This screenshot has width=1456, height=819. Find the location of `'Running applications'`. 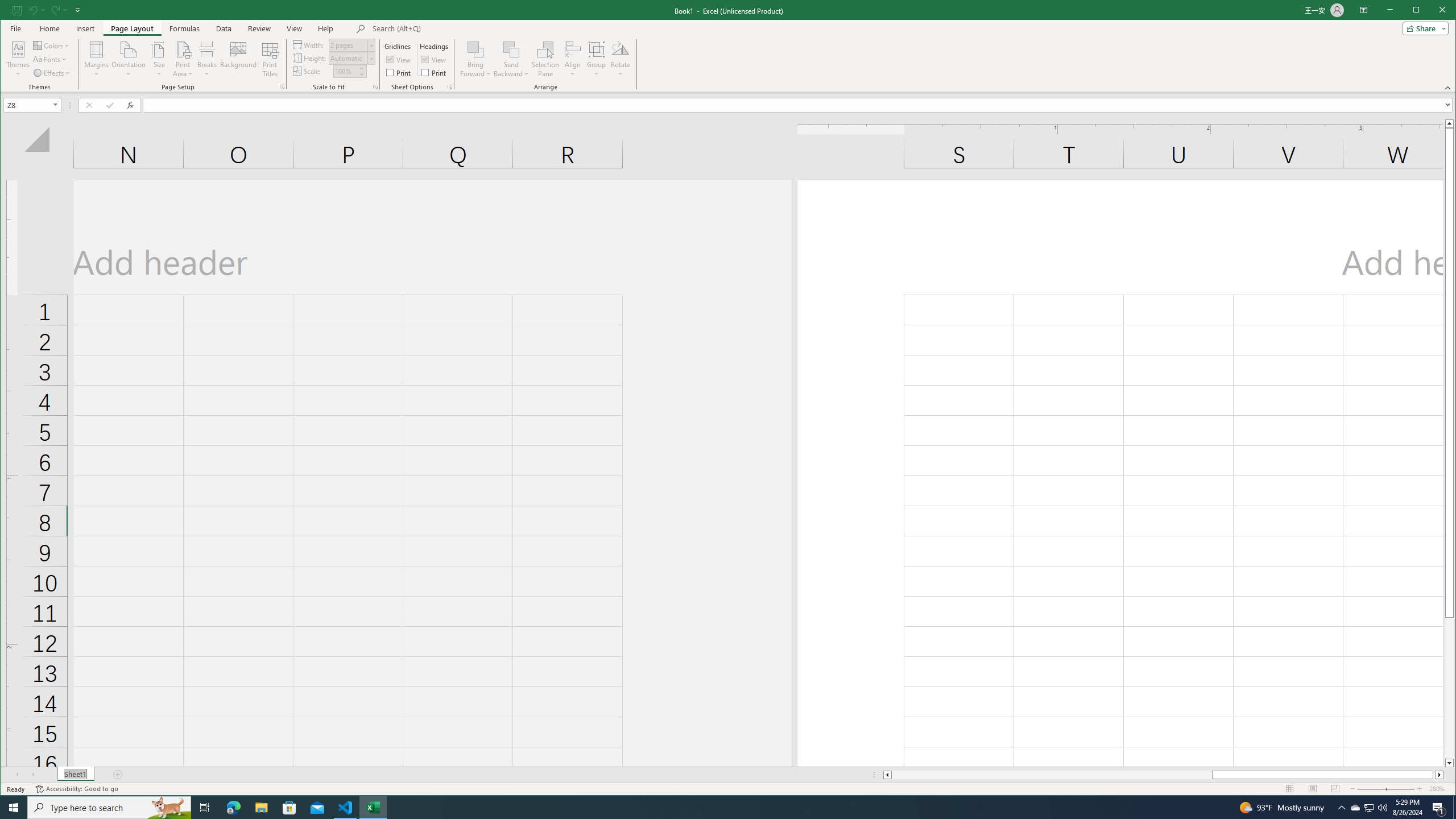

'Running applications' is located at coordinates (717, 806).